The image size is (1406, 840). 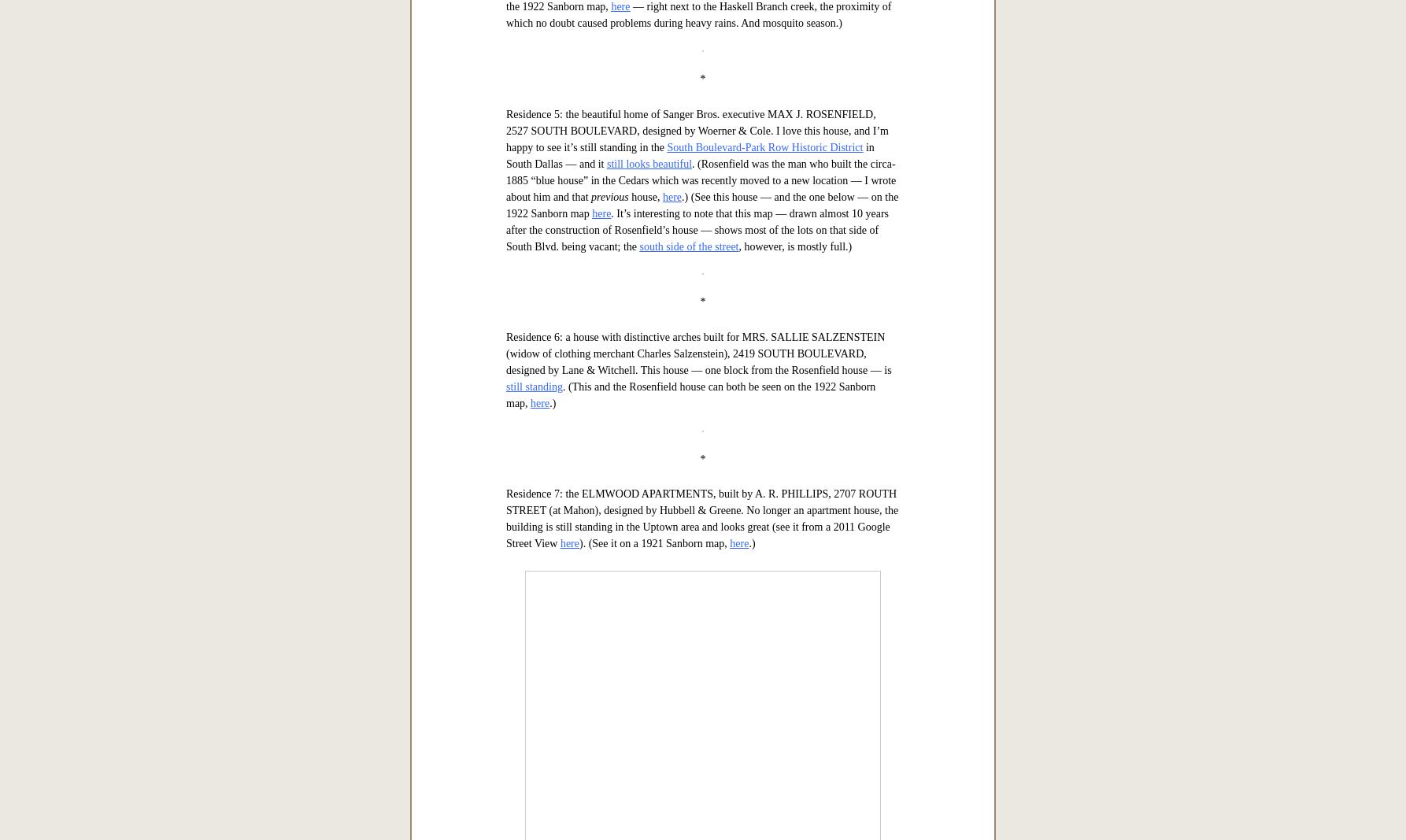 What do you see at coordinates (644, 690) in the screenshot?
I see `'house,'` at bounding box center [644, 690].